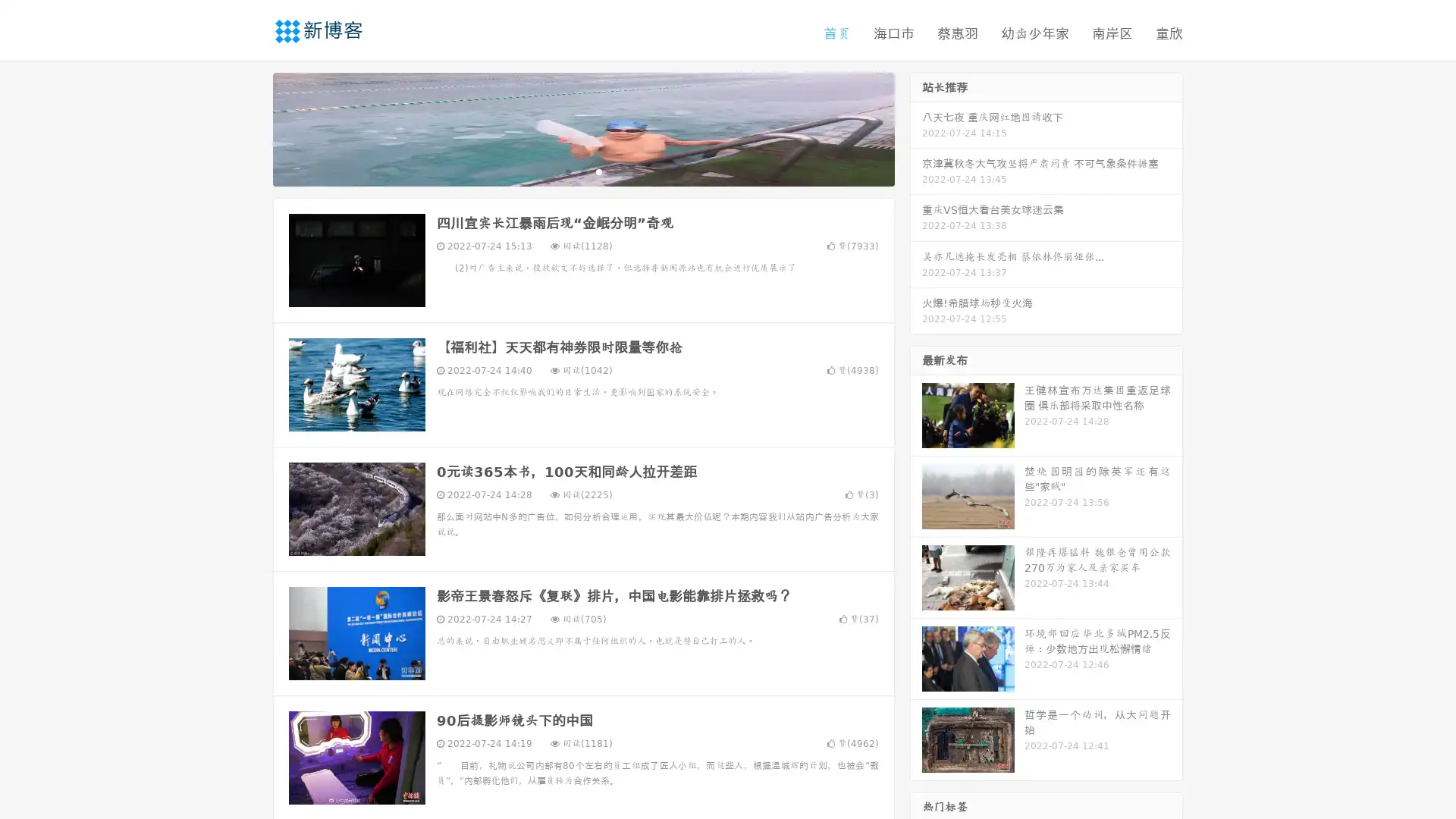 The width and height of the screenshot is (1456, 819). Describe the element at coordinates (567, 171) in the screenshot. I see `Go to slide 1` at that location.